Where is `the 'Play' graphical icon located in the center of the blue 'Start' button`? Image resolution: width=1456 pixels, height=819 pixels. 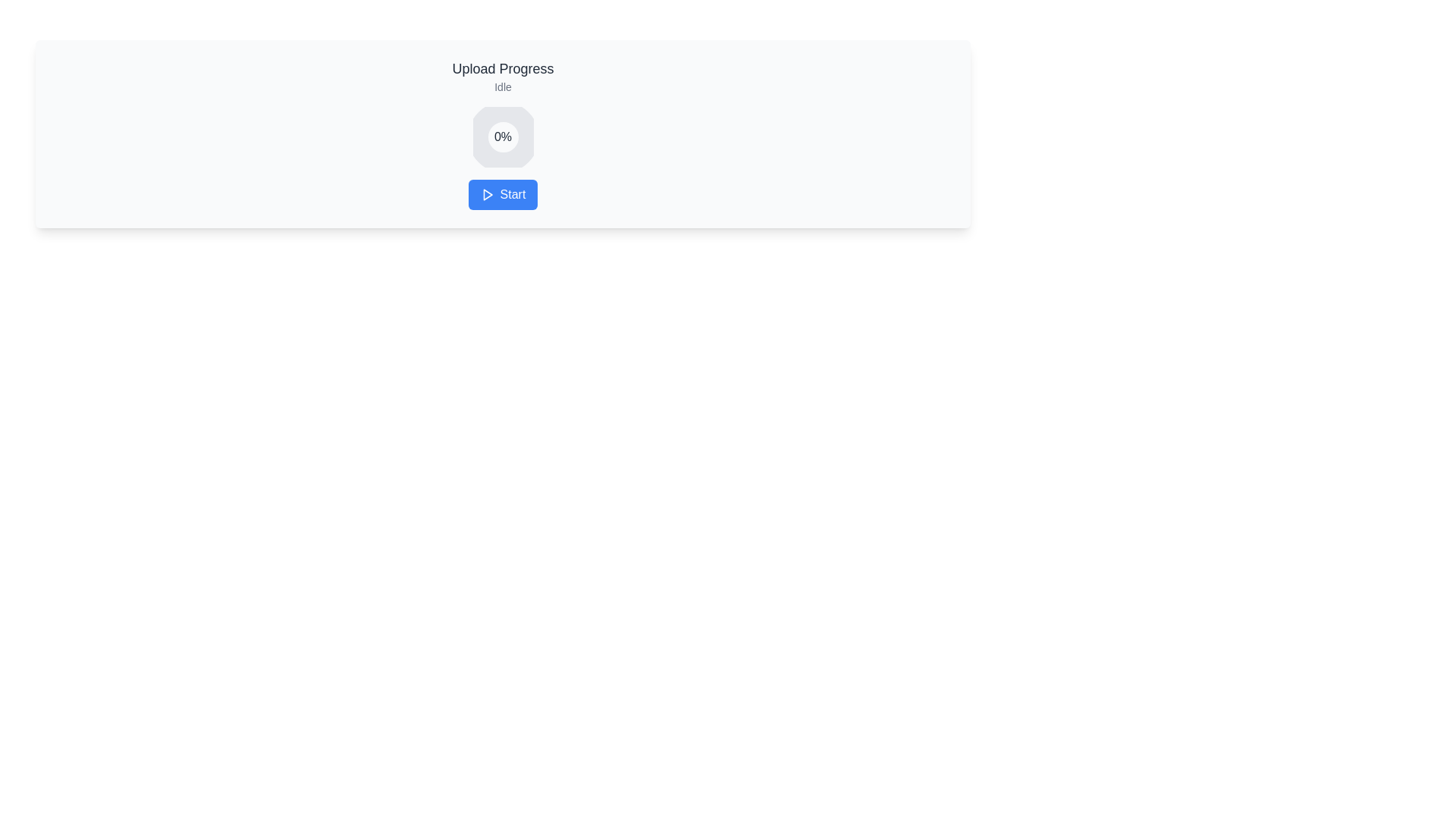 the 'Play' graphical icon located in the center of the blue 'Start' button is located at coordinates (488, 194).